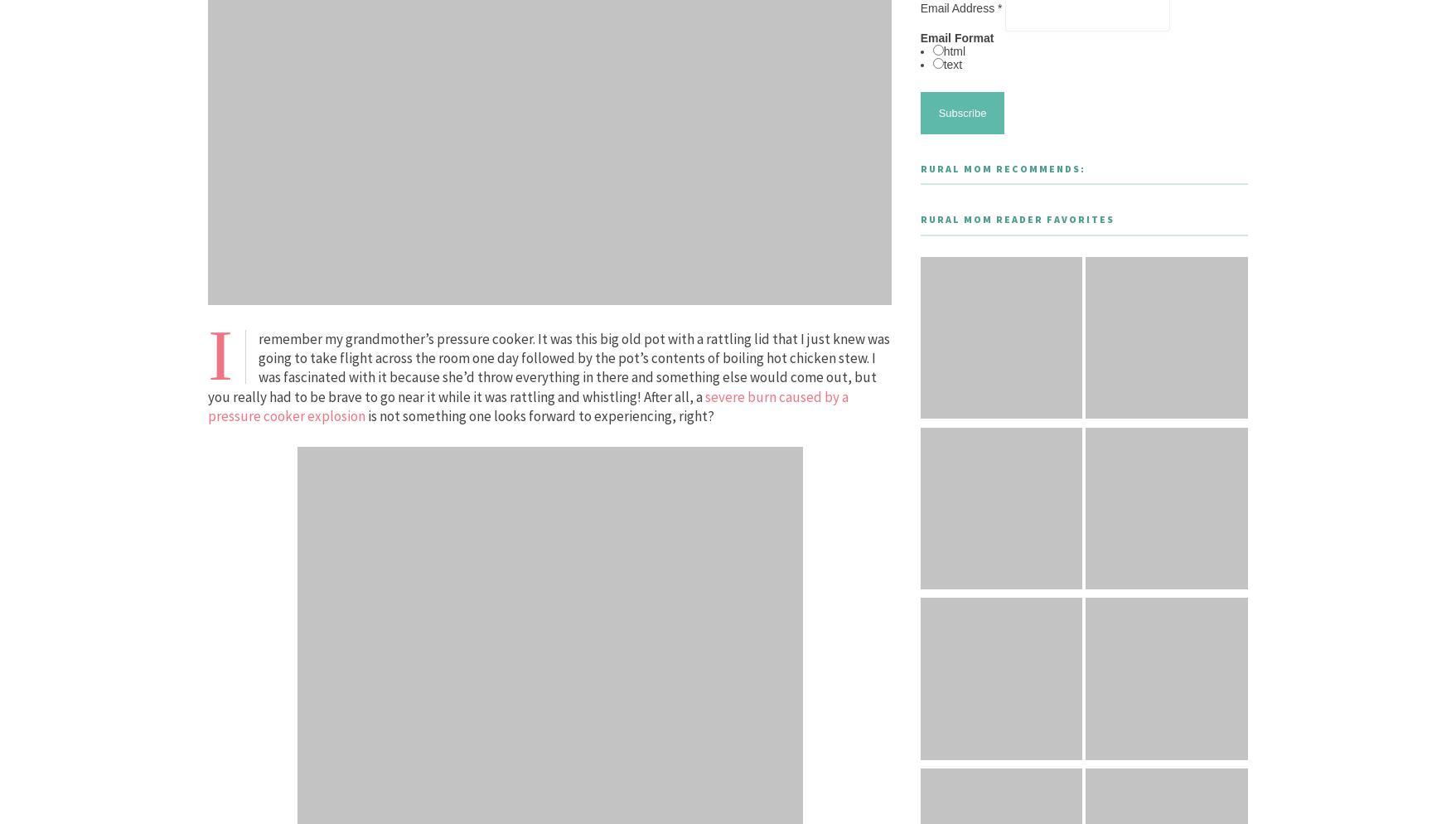 The image size is (1456, 824). I want to click on '*', so click(999, 8).